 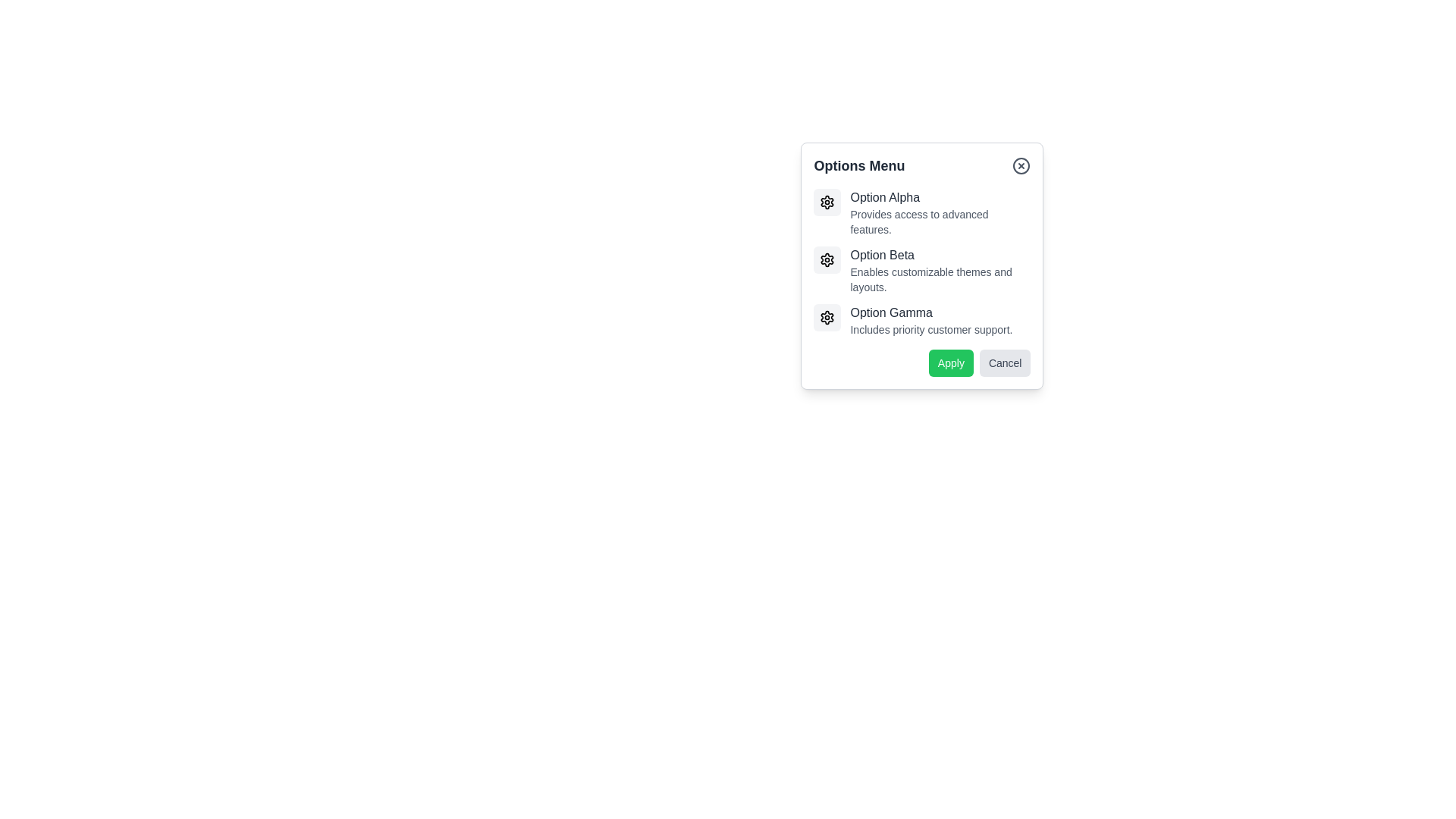 I want to click on the 'Cancel' button, which is a rectangular button with a light gray background and black text, located at the bottom-right corner of a modal dialog box, so click(x=1005, y=362).